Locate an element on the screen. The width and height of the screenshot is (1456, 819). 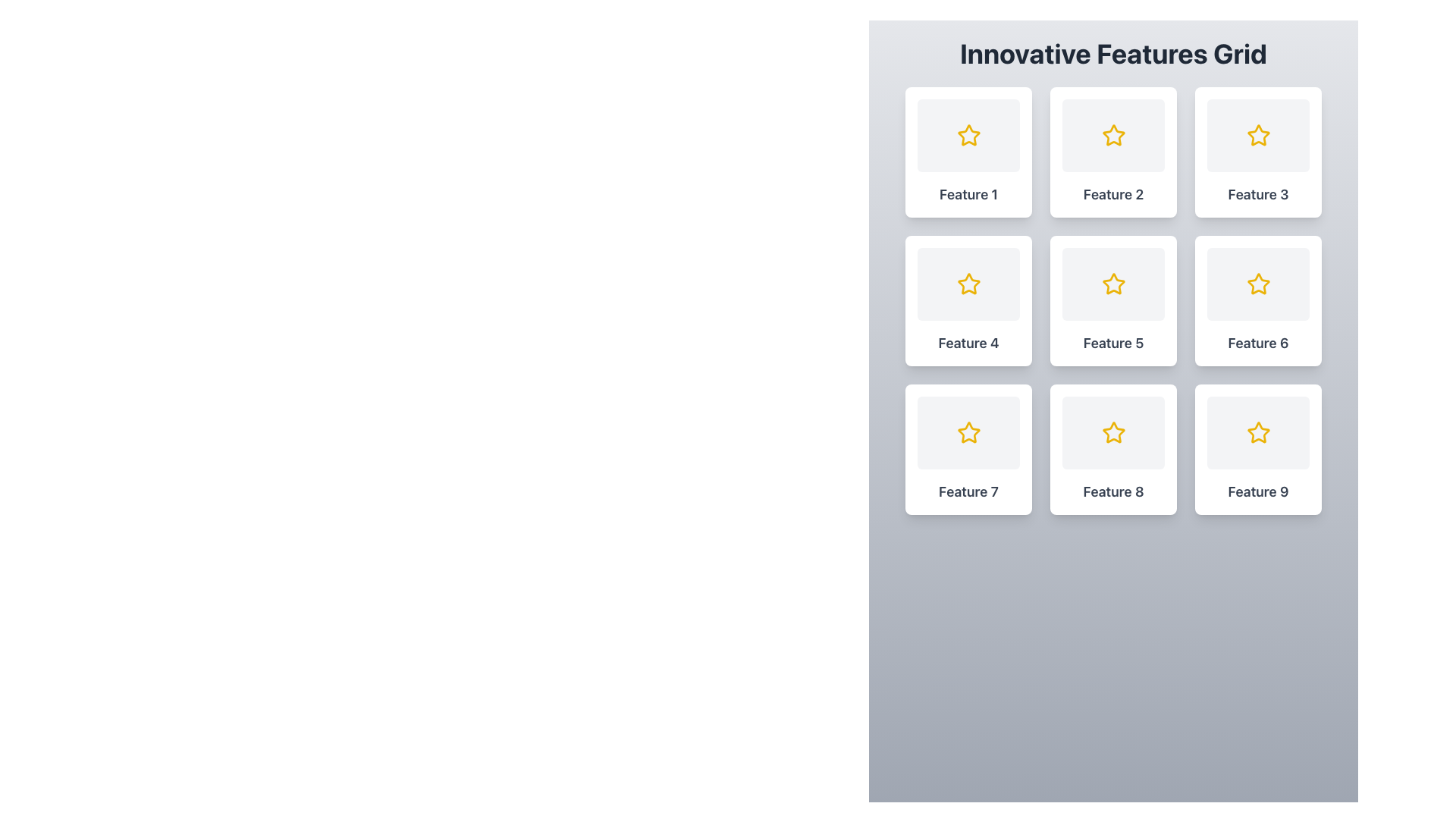
the fourth card in the grid layout is located at coordinates (968, 301).